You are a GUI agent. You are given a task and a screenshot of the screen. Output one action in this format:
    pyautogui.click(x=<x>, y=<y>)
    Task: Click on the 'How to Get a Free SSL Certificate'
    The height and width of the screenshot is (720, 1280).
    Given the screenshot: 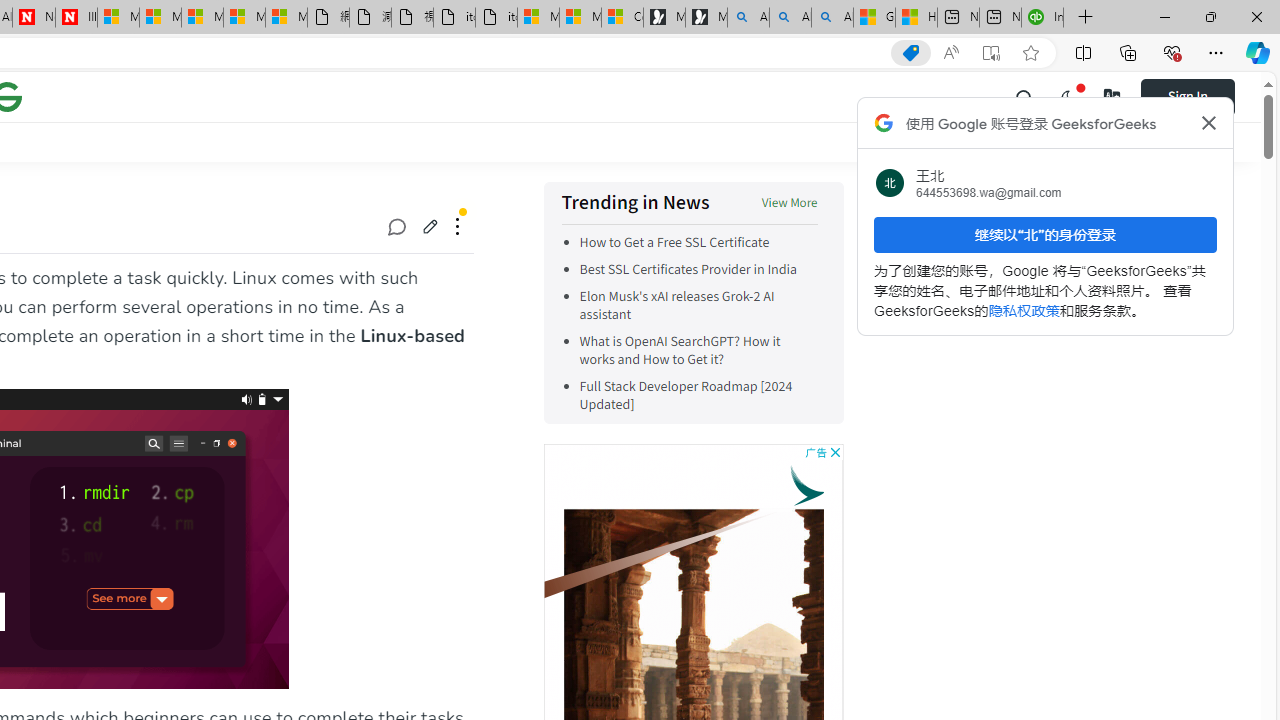 What is the action you would take?
    pyautogui.click(x=674, y=242)
    